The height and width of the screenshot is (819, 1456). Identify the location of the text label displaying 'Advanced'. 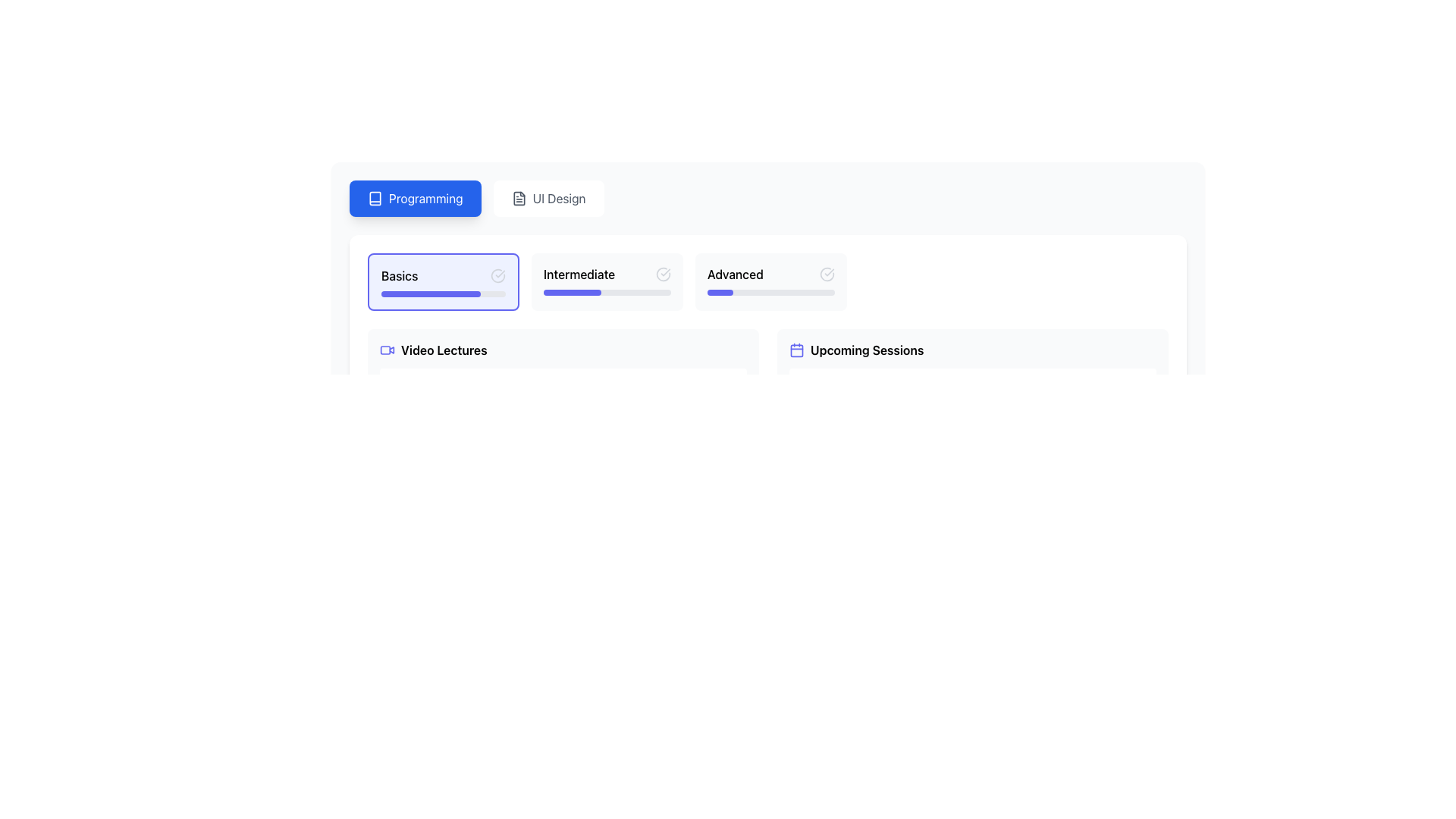
(735, 275).